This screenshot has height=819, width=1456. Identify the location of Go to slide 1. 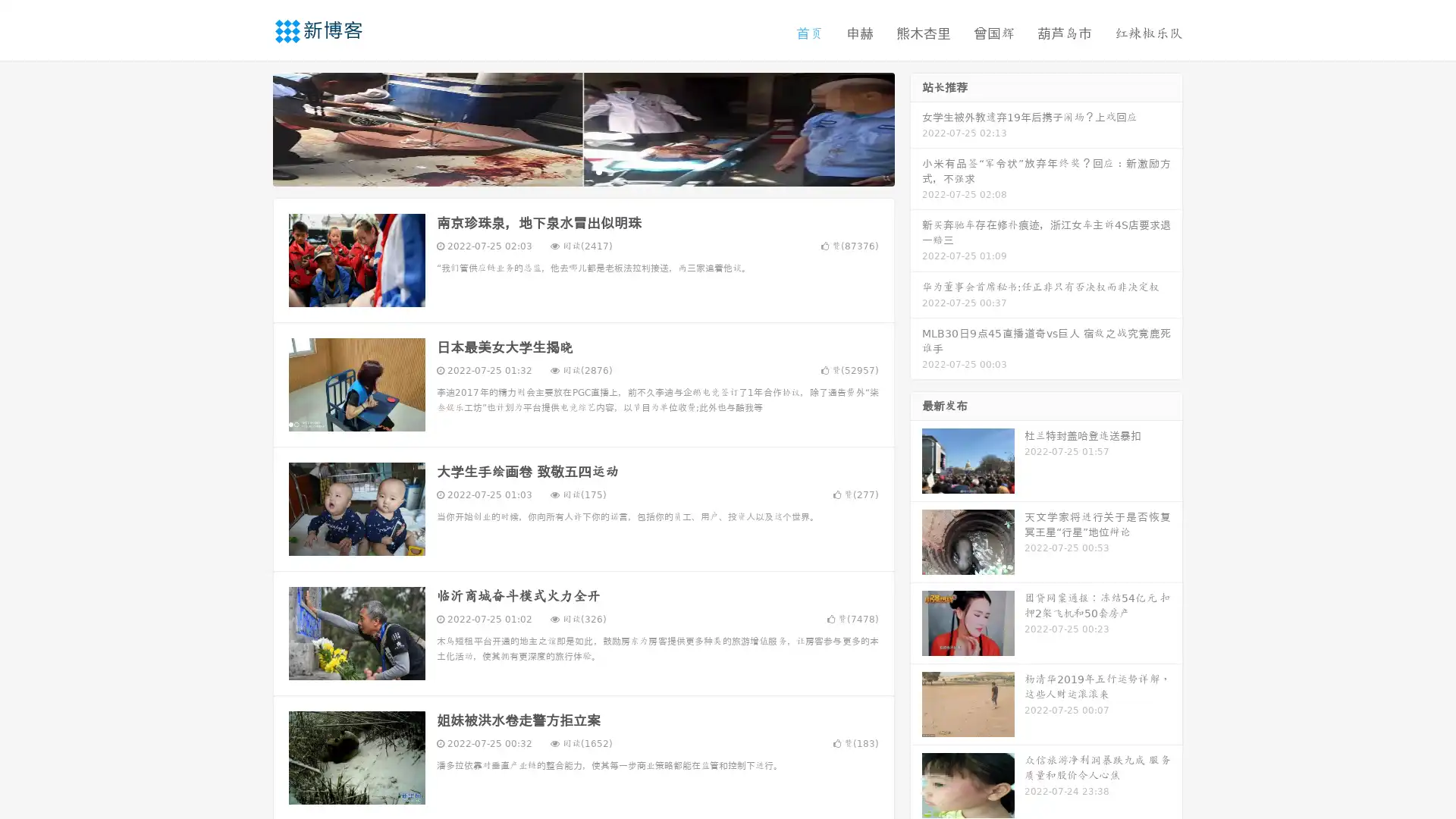
(567, 171).